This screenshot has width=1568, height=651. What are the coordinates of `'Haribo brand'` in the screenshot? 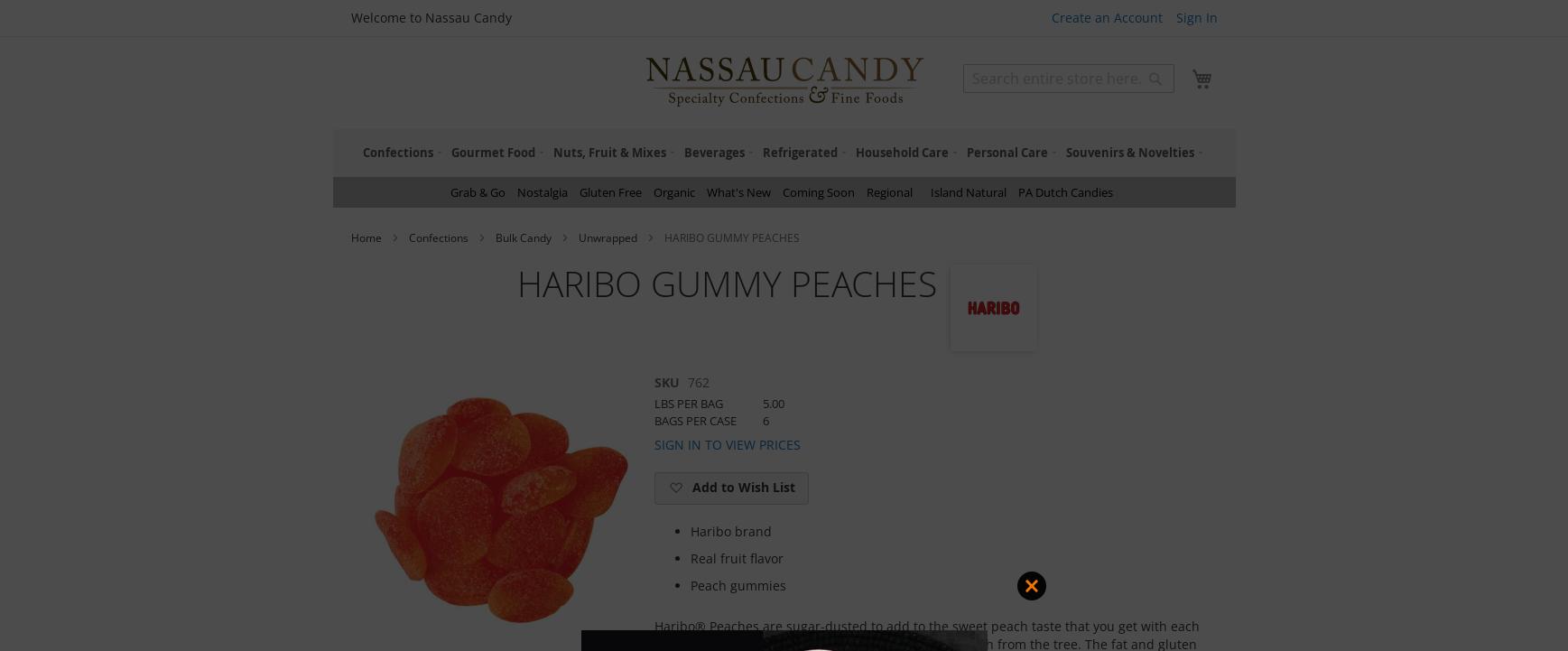 It's located at (728, 530).